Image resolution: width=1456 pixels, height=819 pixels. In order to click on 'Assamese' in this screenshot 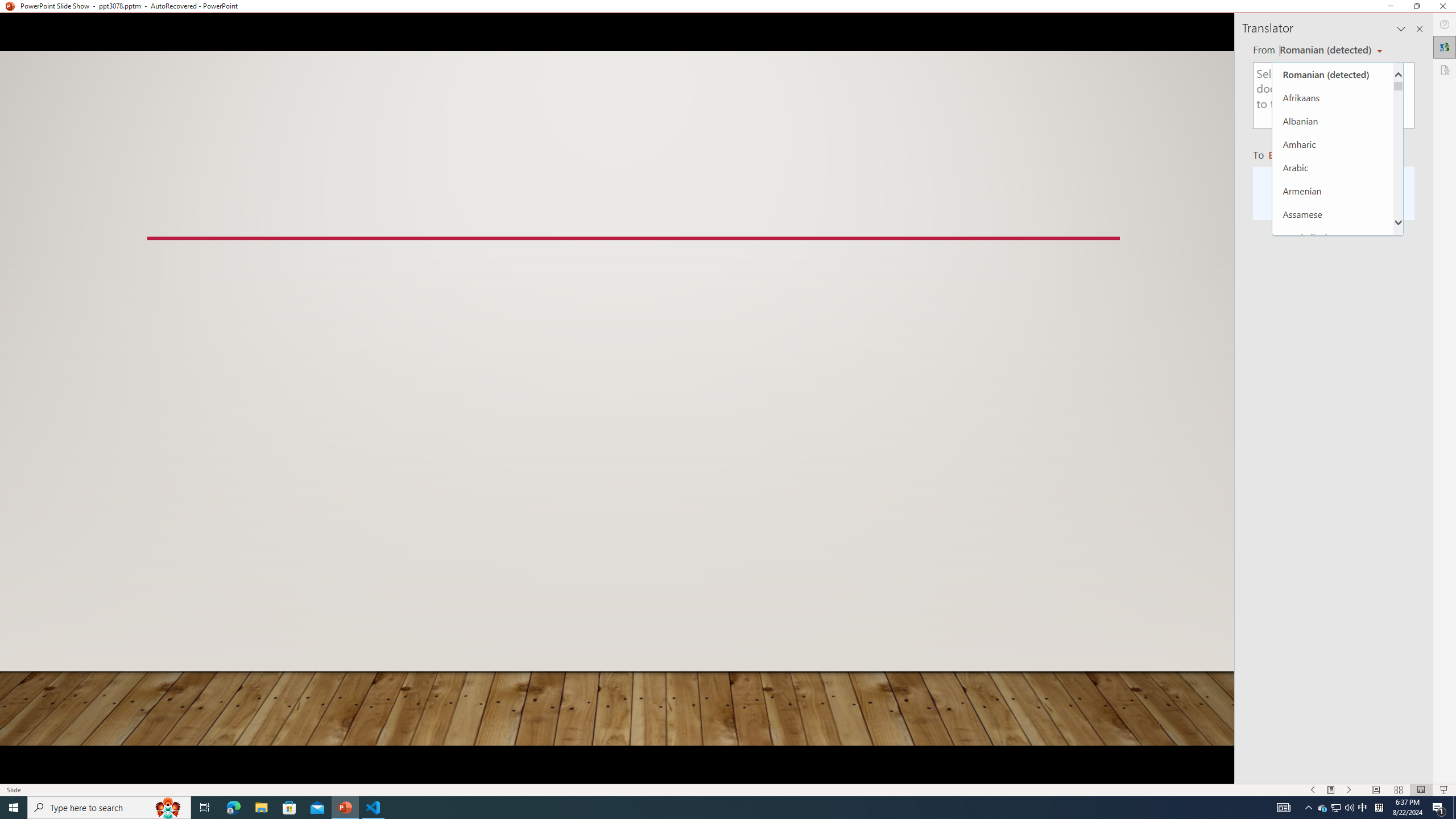, I will do `click(1333, 213)`.